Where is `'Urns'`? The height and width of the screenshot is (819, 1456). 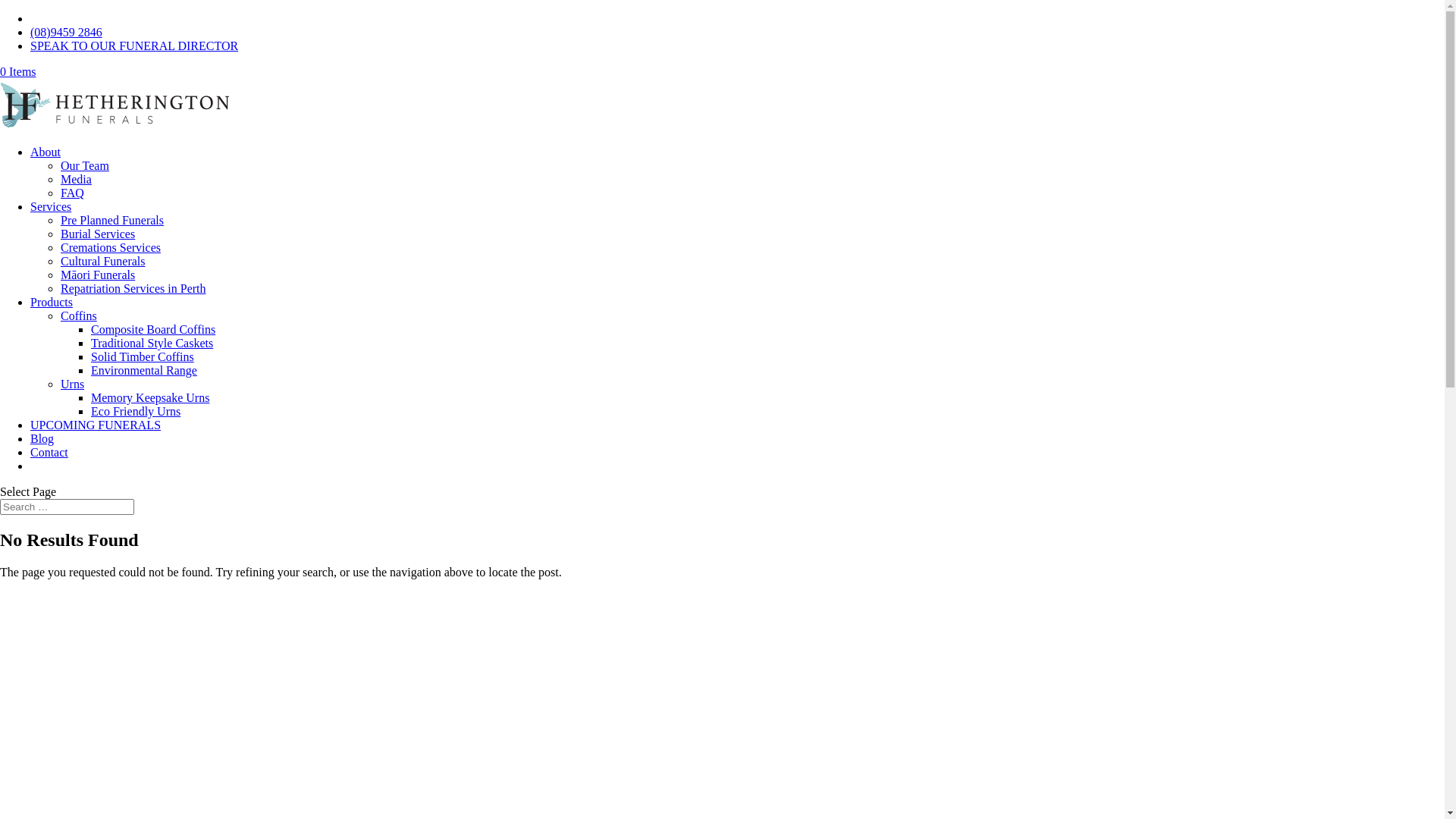
'Urns' is located at coordinates (71, 383).